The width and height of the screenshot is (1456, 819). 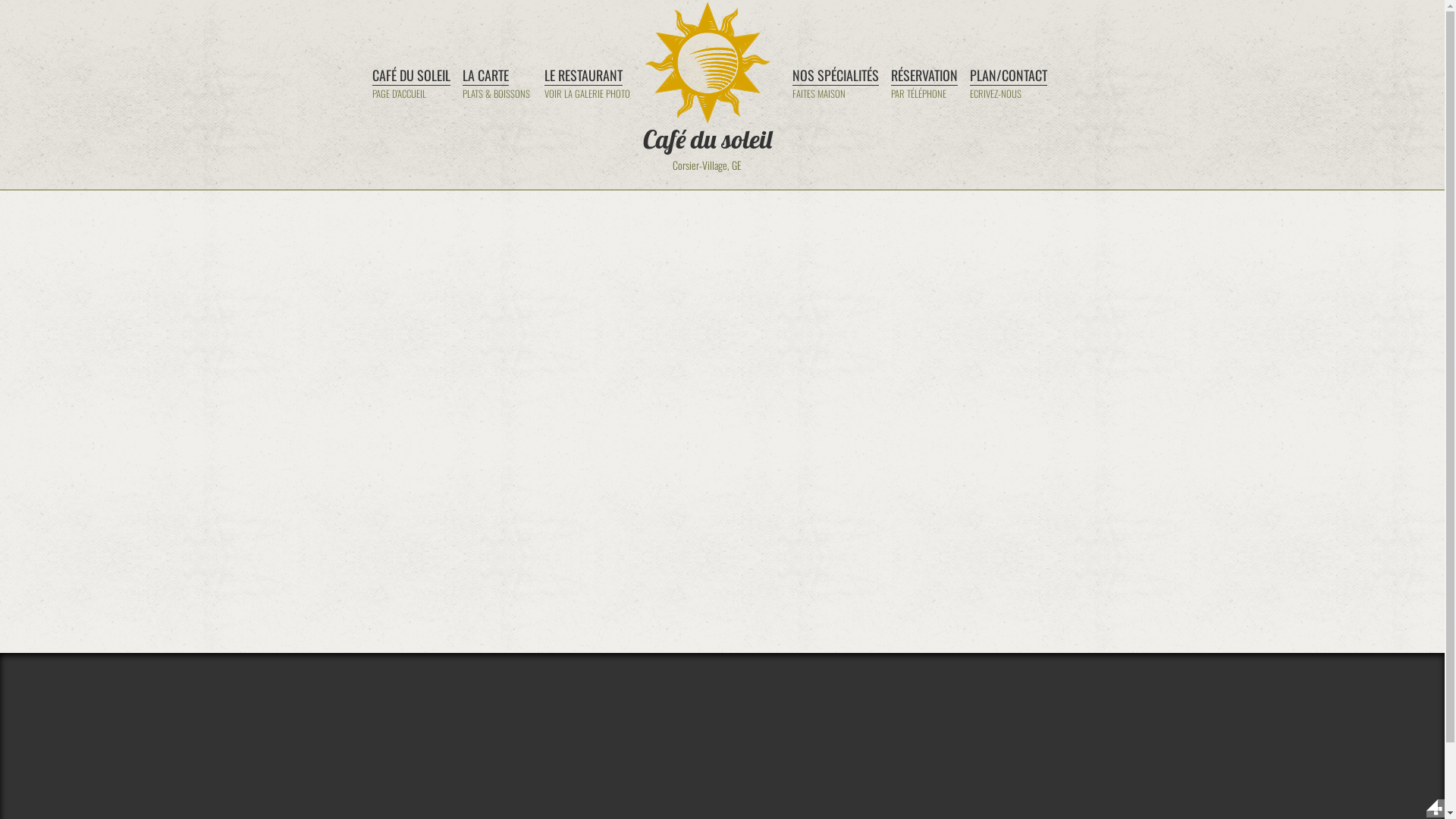 What do you see at coordinates (1008, 86) in the screenshot?
I see `'PLAN/CONTACT` at bounding box center [1008, 86].